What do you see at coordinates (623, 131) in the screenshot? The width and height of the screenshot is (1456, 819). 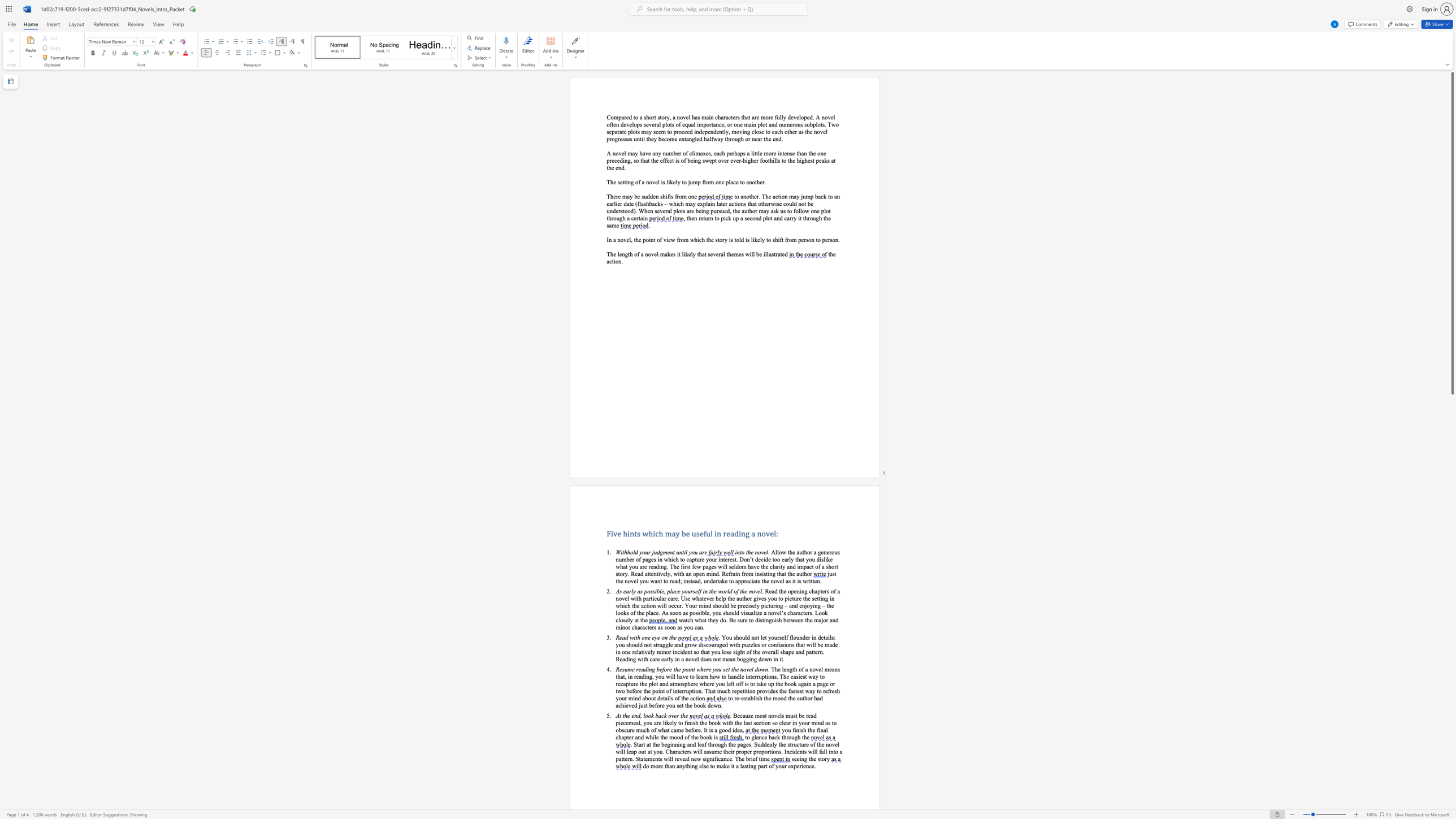 I see `the 2th character "t" in the text` at bounding box center [623, 131].